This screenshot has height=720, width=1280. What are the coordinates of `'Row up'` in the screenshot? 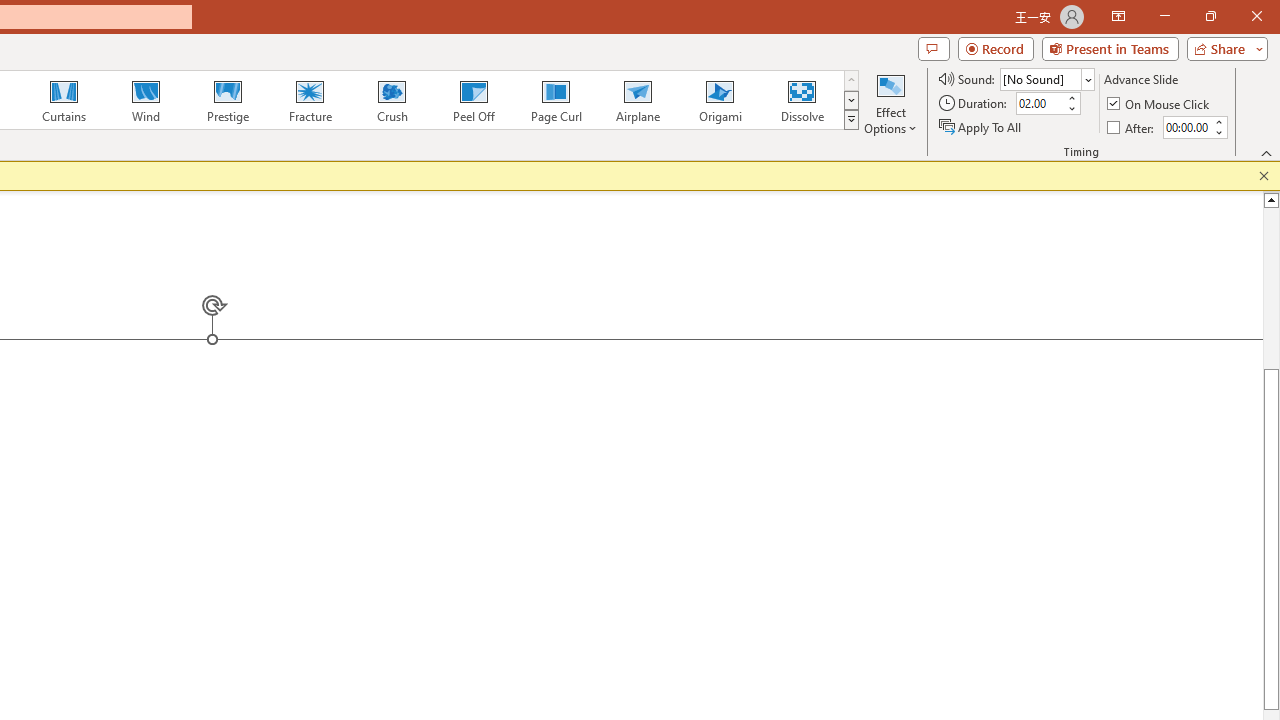 It's located at (851, 79).